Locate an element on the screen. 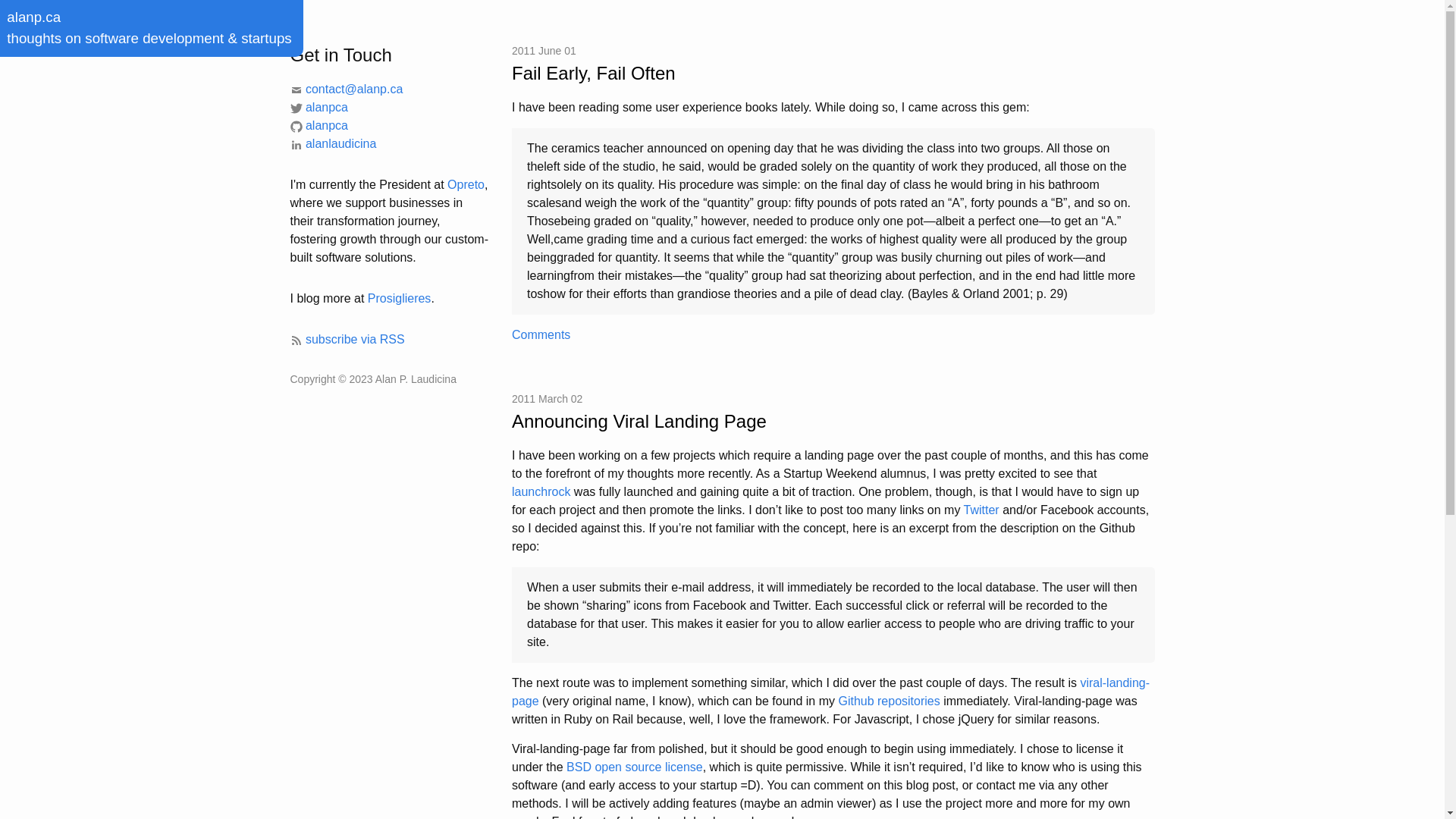 This screenshot has width=1456, height=819. 'Twitter' is located at coordinates (981, 510).